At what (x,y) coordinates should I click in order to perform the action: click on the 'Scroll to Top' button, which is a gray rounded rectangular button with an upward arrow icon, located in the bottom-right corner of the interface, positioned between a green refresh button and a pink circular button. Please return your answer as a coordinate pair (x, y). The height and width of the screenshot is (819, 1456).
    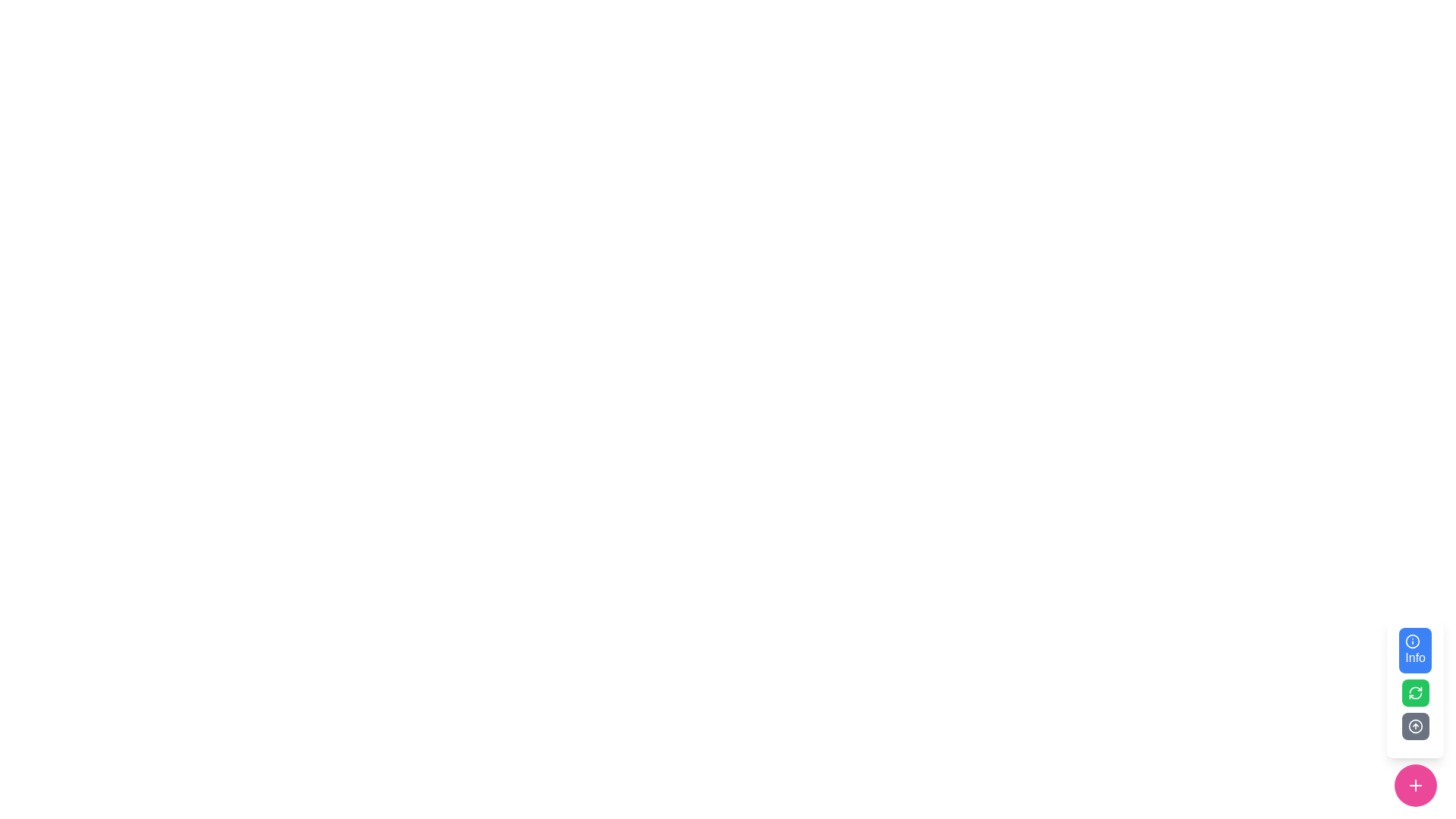
    Looking at the image, I should click on (1414, 711).